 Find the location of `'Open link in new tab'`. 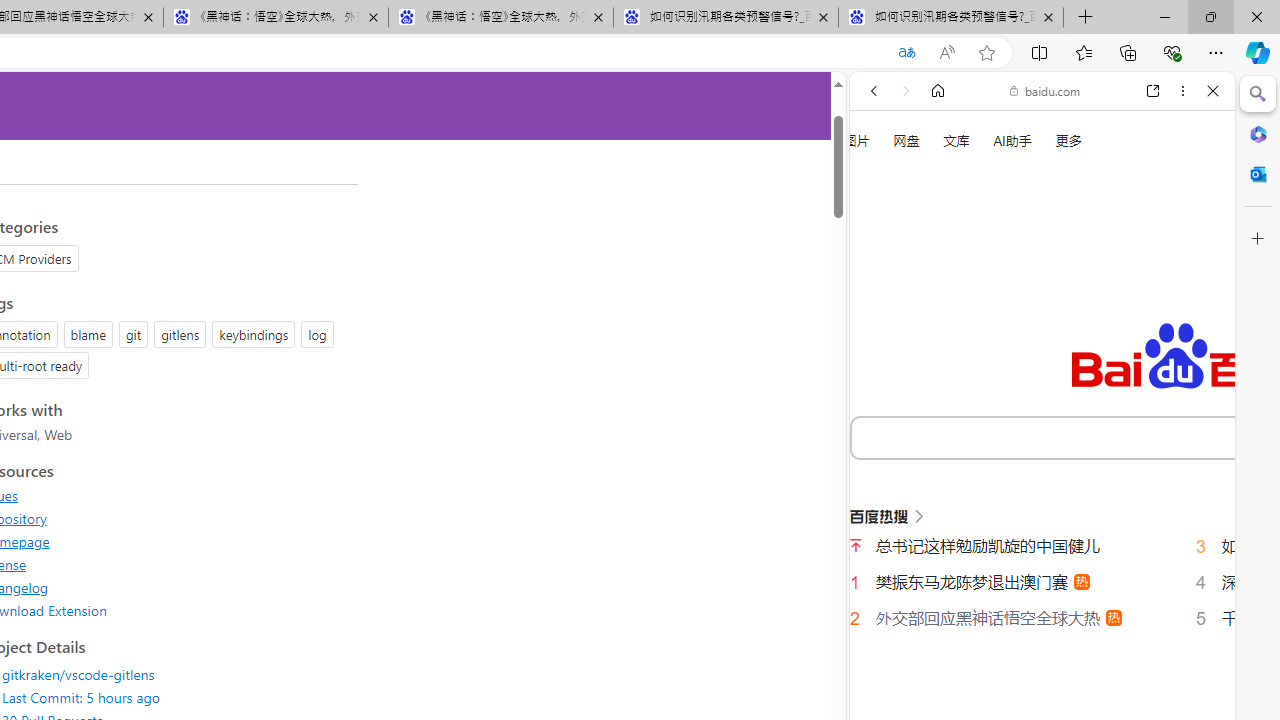

'Open link in new tab' is located at coordinates (1153, 91).